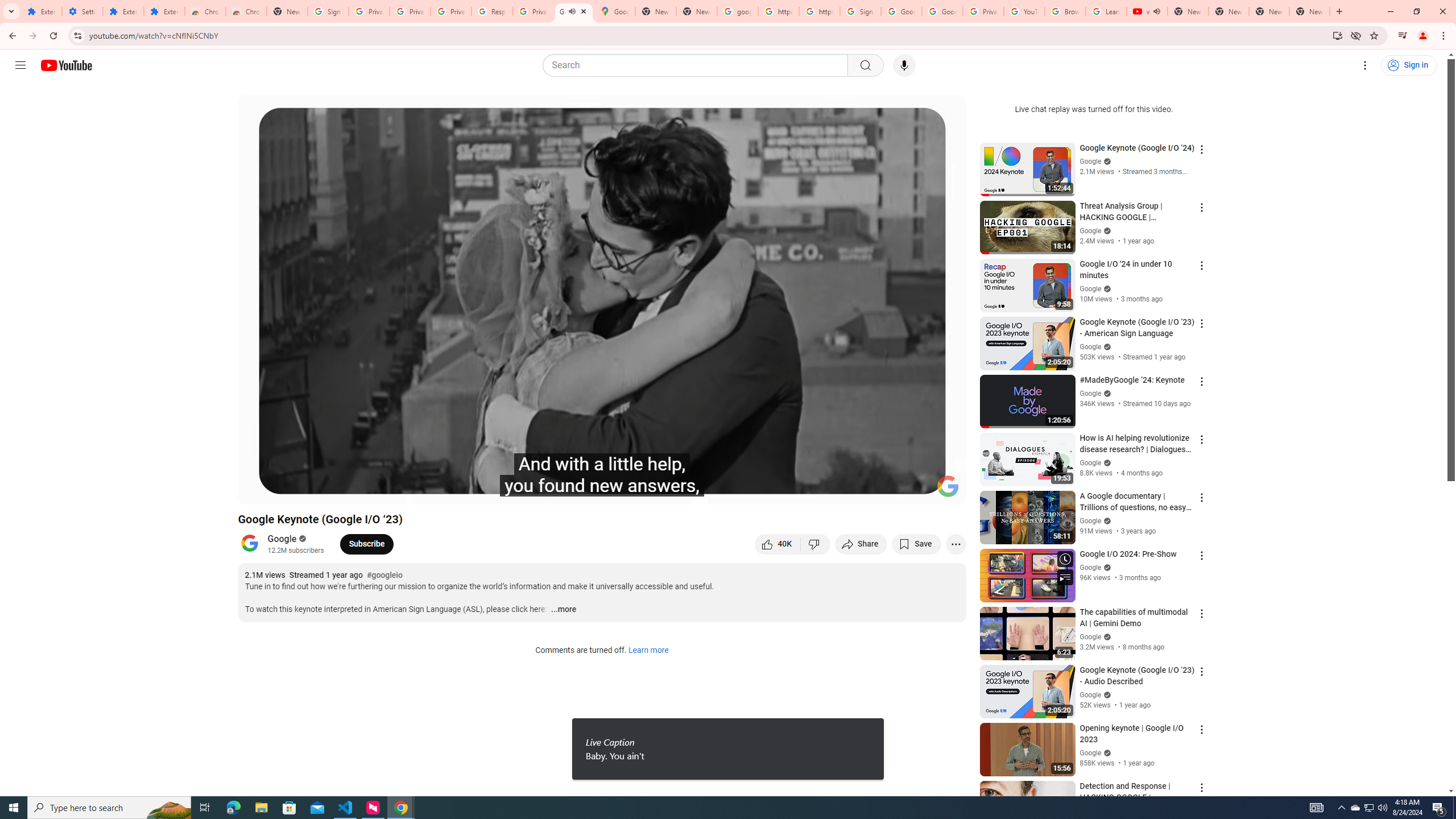 This screenshot has width=1456, height=819. I want to click on 'Autoplay is on', so click(809, 490).